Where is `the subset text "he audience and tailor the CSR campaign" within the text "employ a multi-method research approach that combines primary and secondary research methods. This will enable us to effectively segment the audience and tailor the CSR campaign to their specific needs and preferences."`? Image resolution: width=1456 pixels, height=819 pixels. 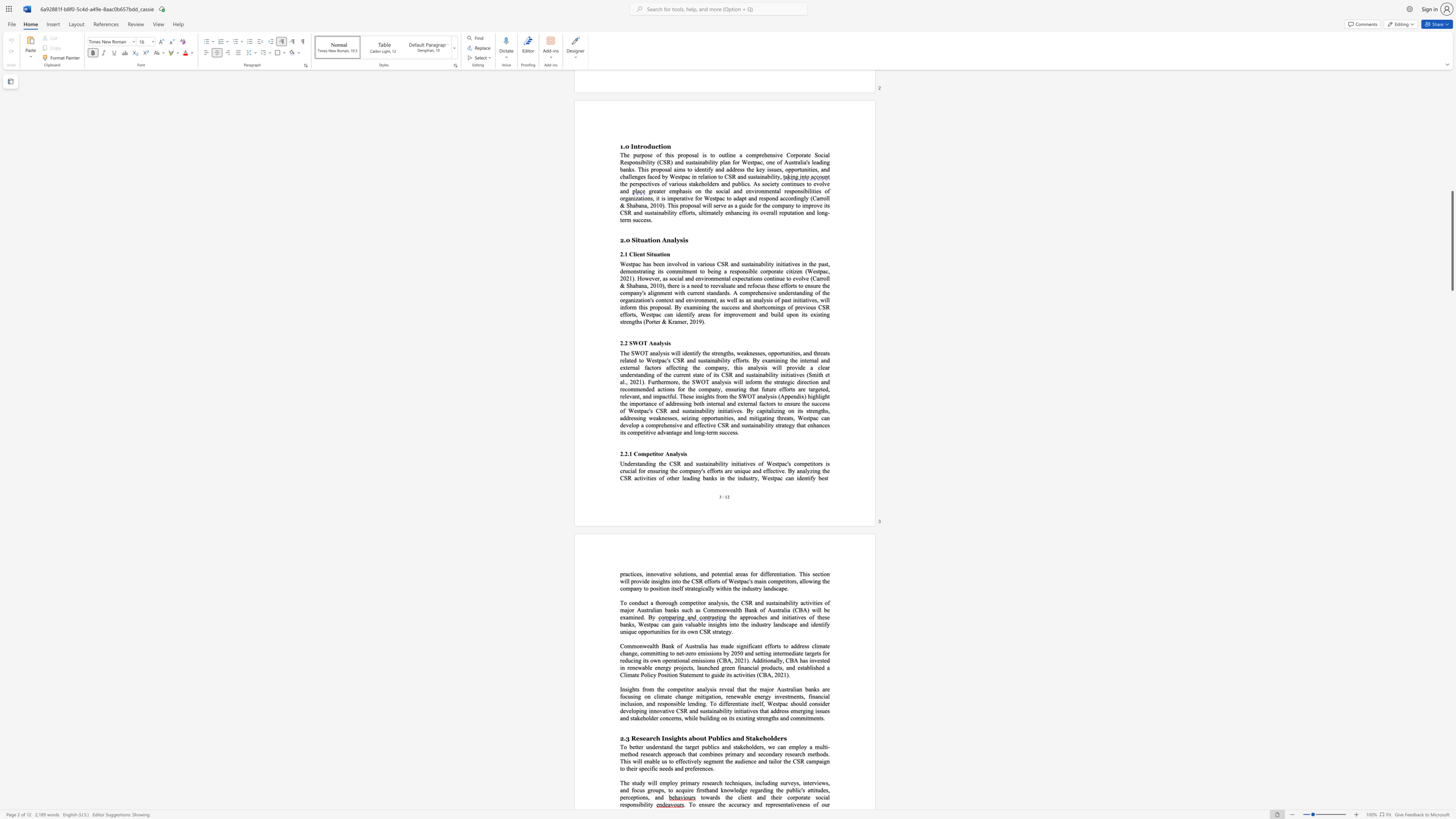 the subset text "he audience and tailor the CSR campaign" within the text "employ a multi-method research approach that combines primary and secondary research methods. This will enable us to effectively segment the audience and tailor the CSR campaign to their specific needs and preferences." is located at coordinates (726, 761).